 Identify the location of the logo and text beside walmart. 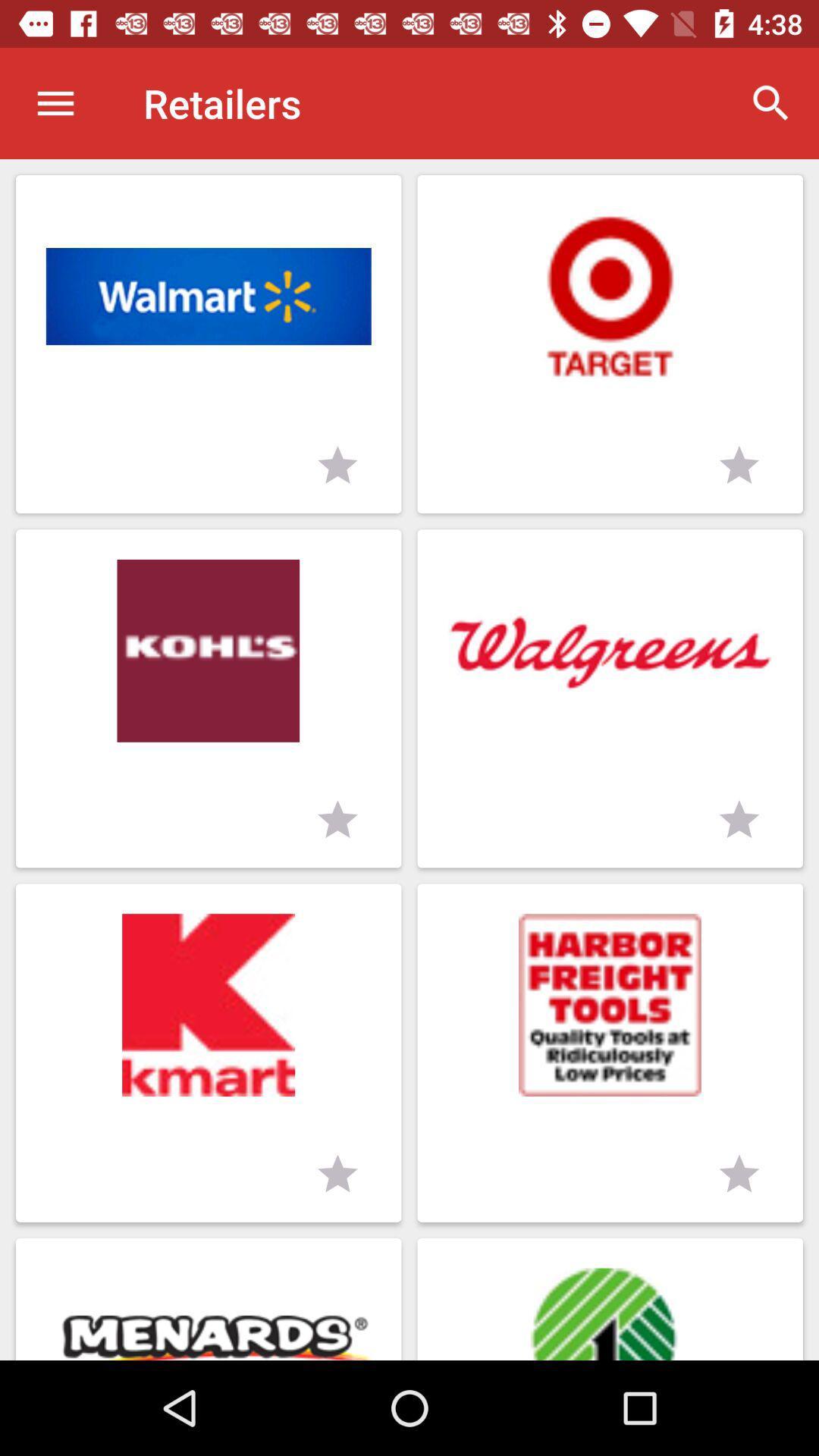
(610, 344).